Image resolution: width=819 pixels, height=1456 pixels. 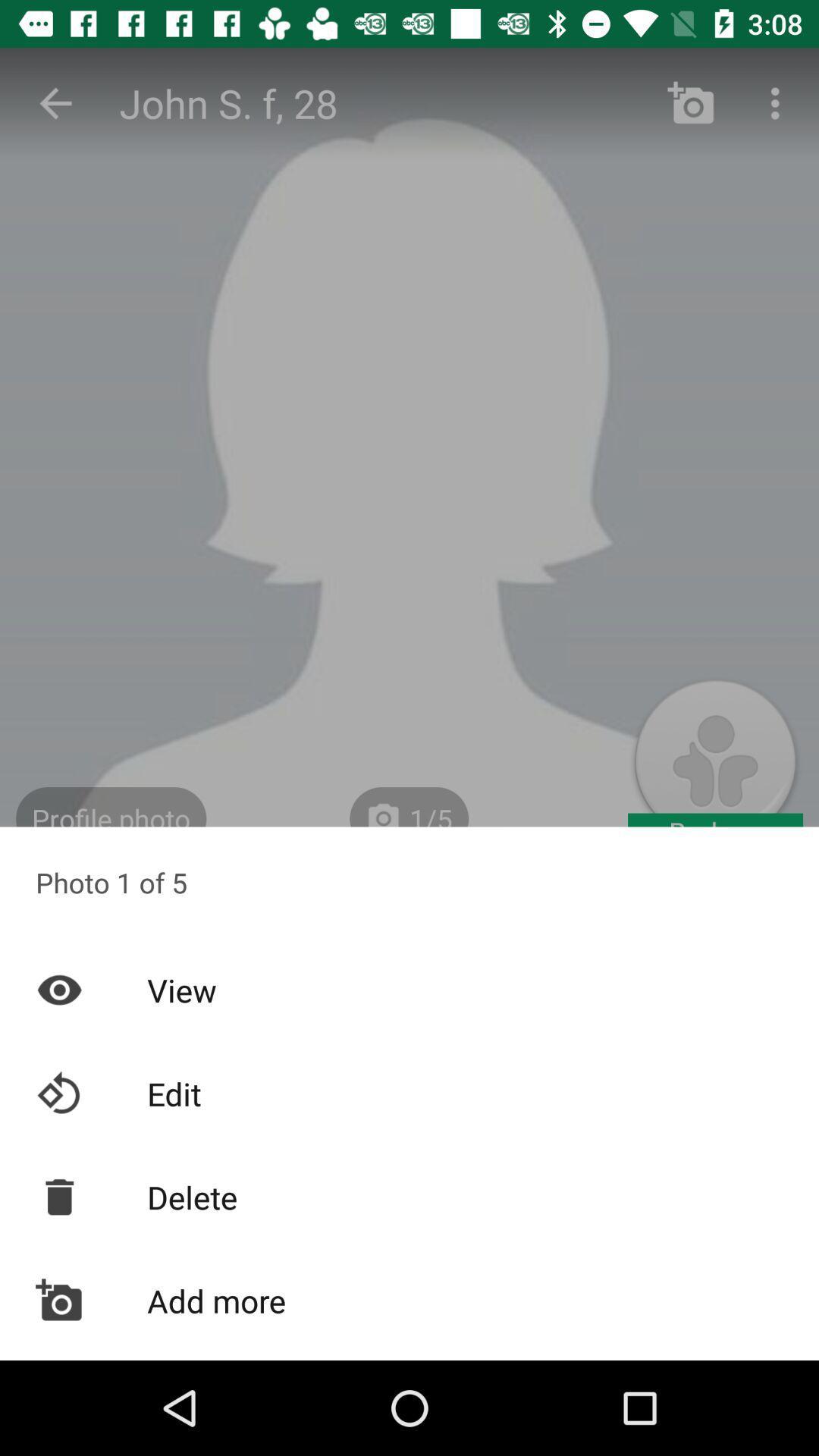 I want to click on the icon above the add more icon, so click(x=409, y=1196).